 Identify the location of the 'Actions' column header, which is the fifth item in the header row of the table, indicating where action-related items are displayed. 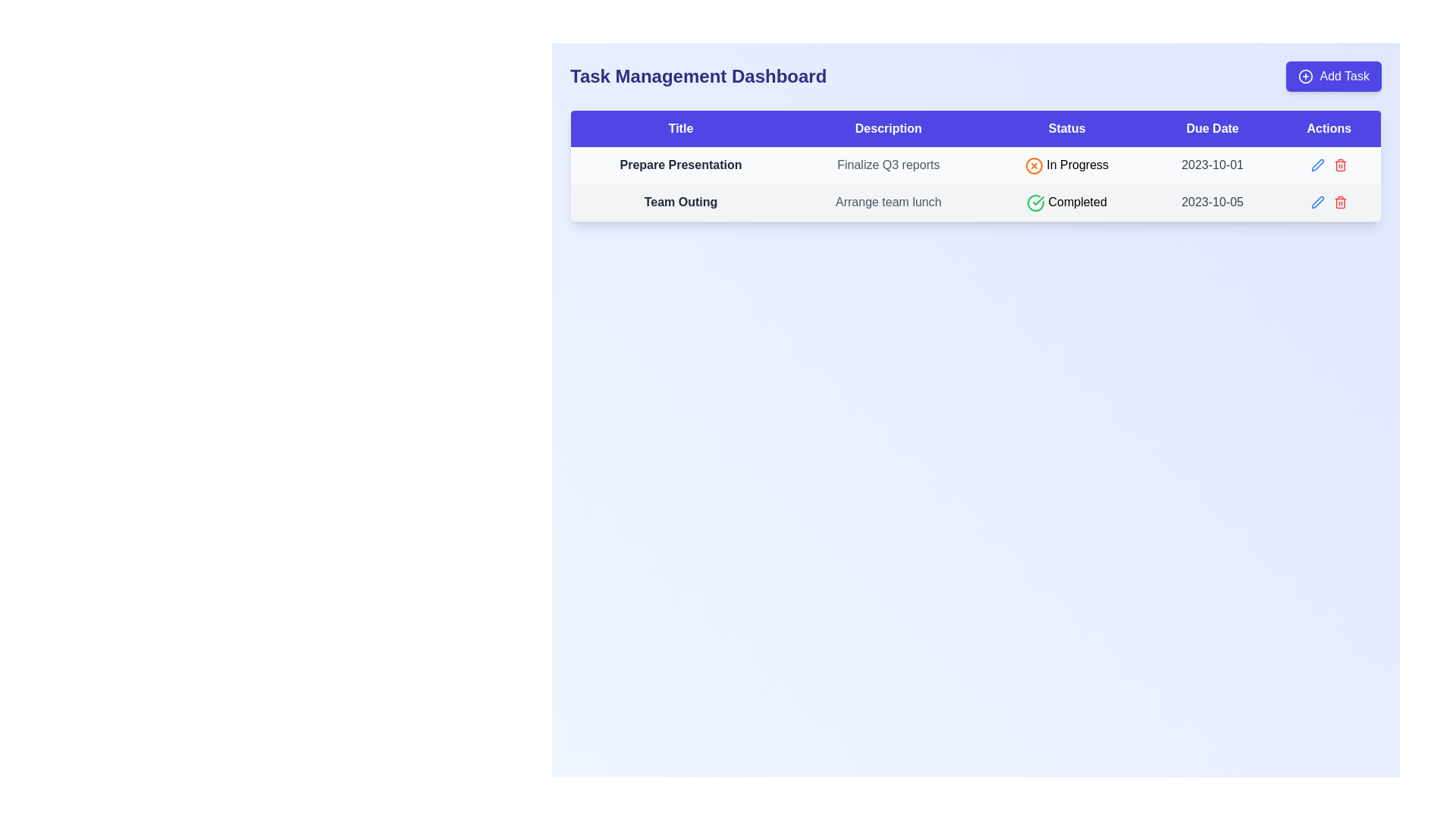
(1328, 127).